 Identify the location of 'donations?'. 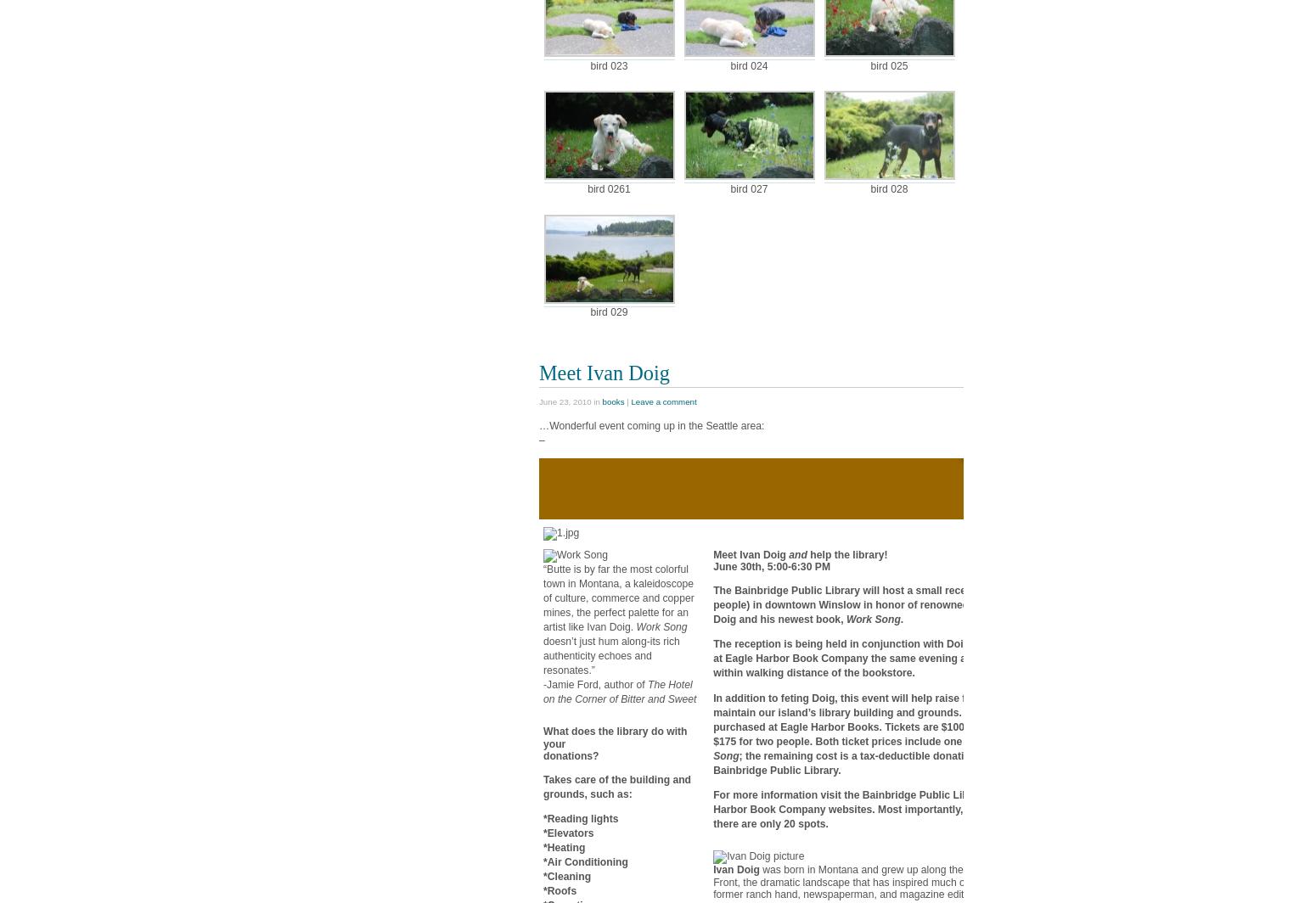
(570, 755).